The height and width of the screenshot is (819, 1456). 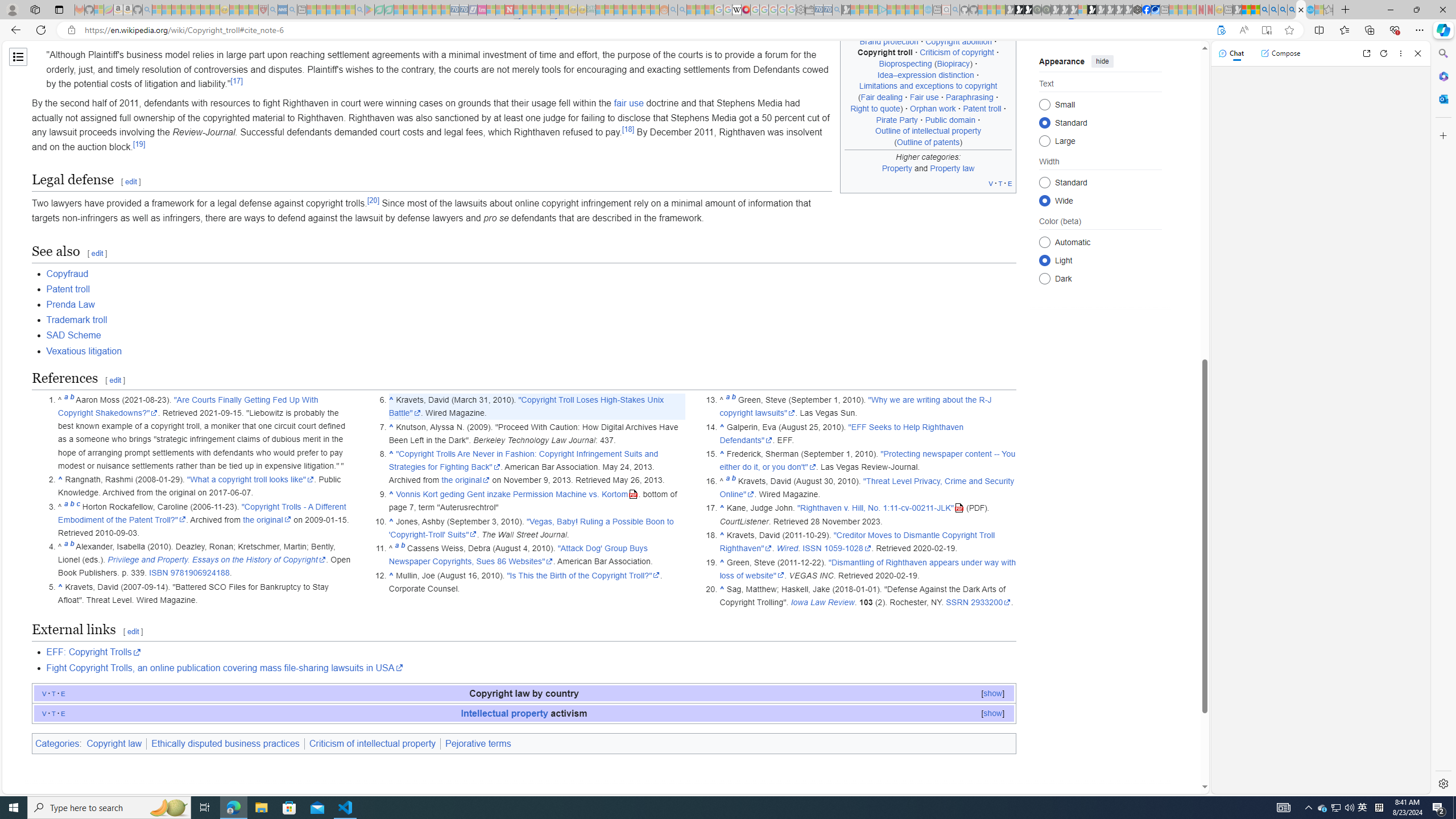 What do you see at coordinates (1155, 9) in the screenshot?
I see `'AirNow.gov'` at bounding box center [1155, 9].